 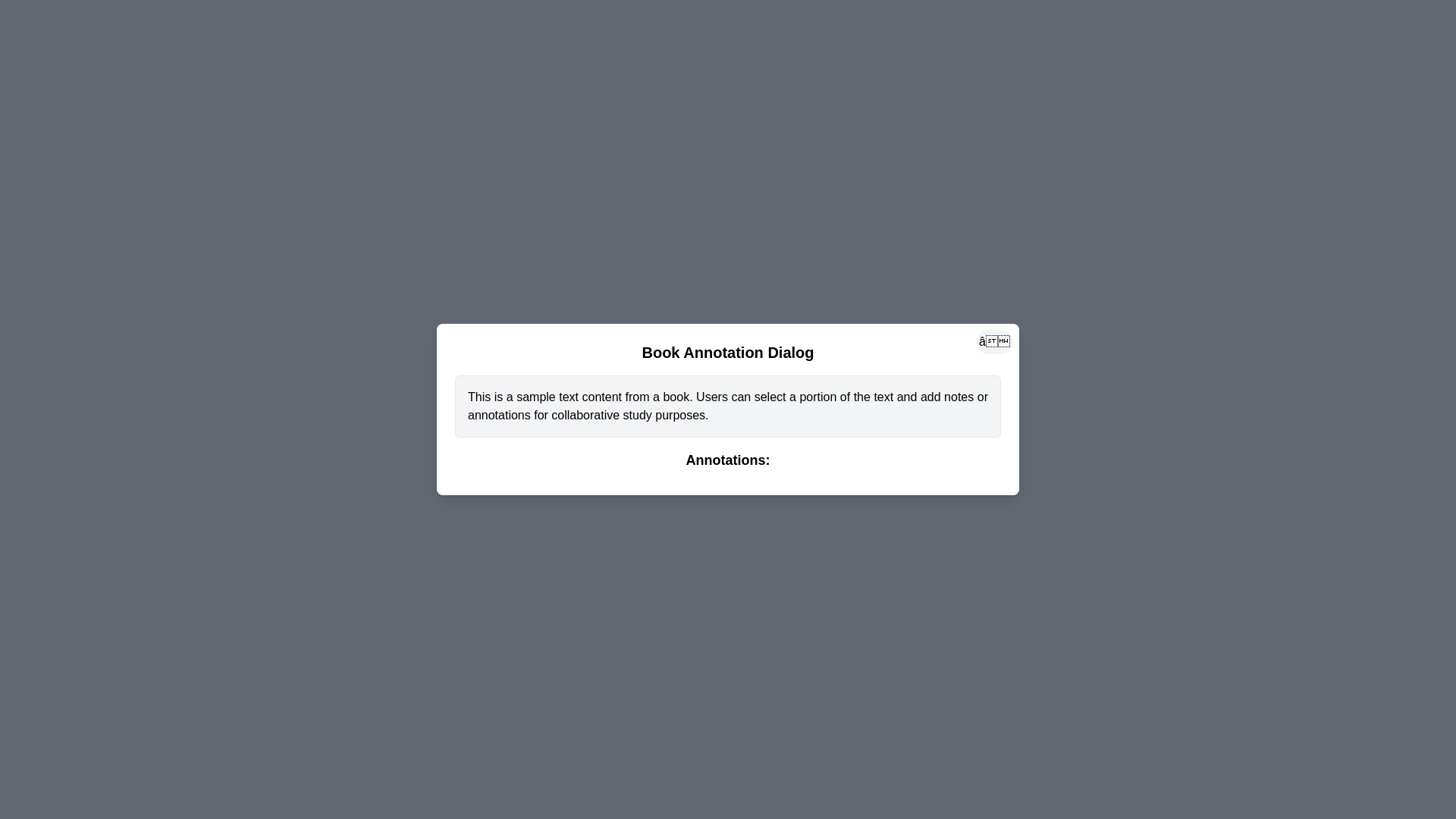 What do you see at coordinates (993, 342) in the screenshot?
I see `close button to close the dialog` at bounding box center [993, 342].